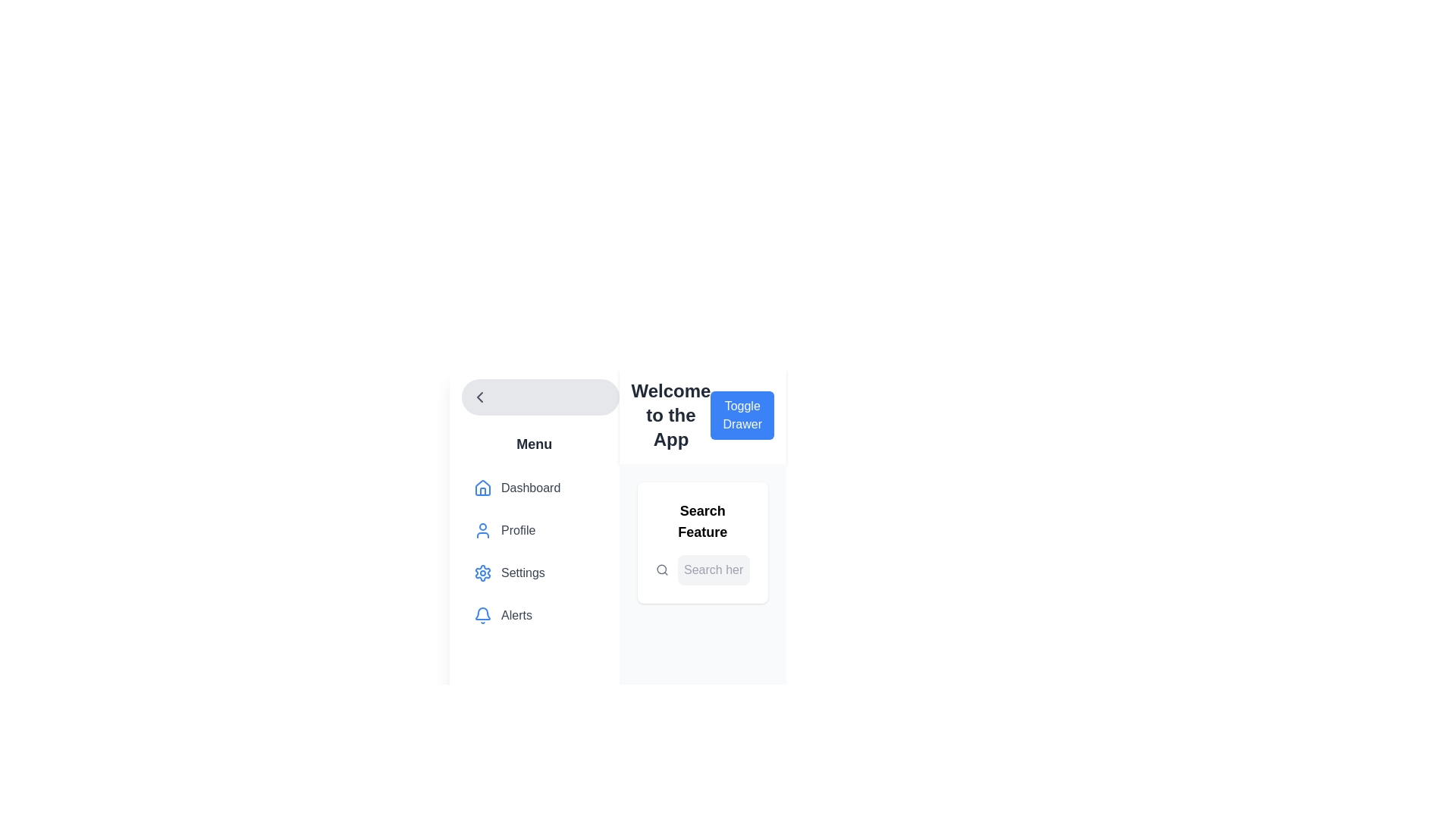 This screenshot has width=1456, height=819. I want to click on the blue user silhouette icon in the sidebar menu, so click(482, 529).